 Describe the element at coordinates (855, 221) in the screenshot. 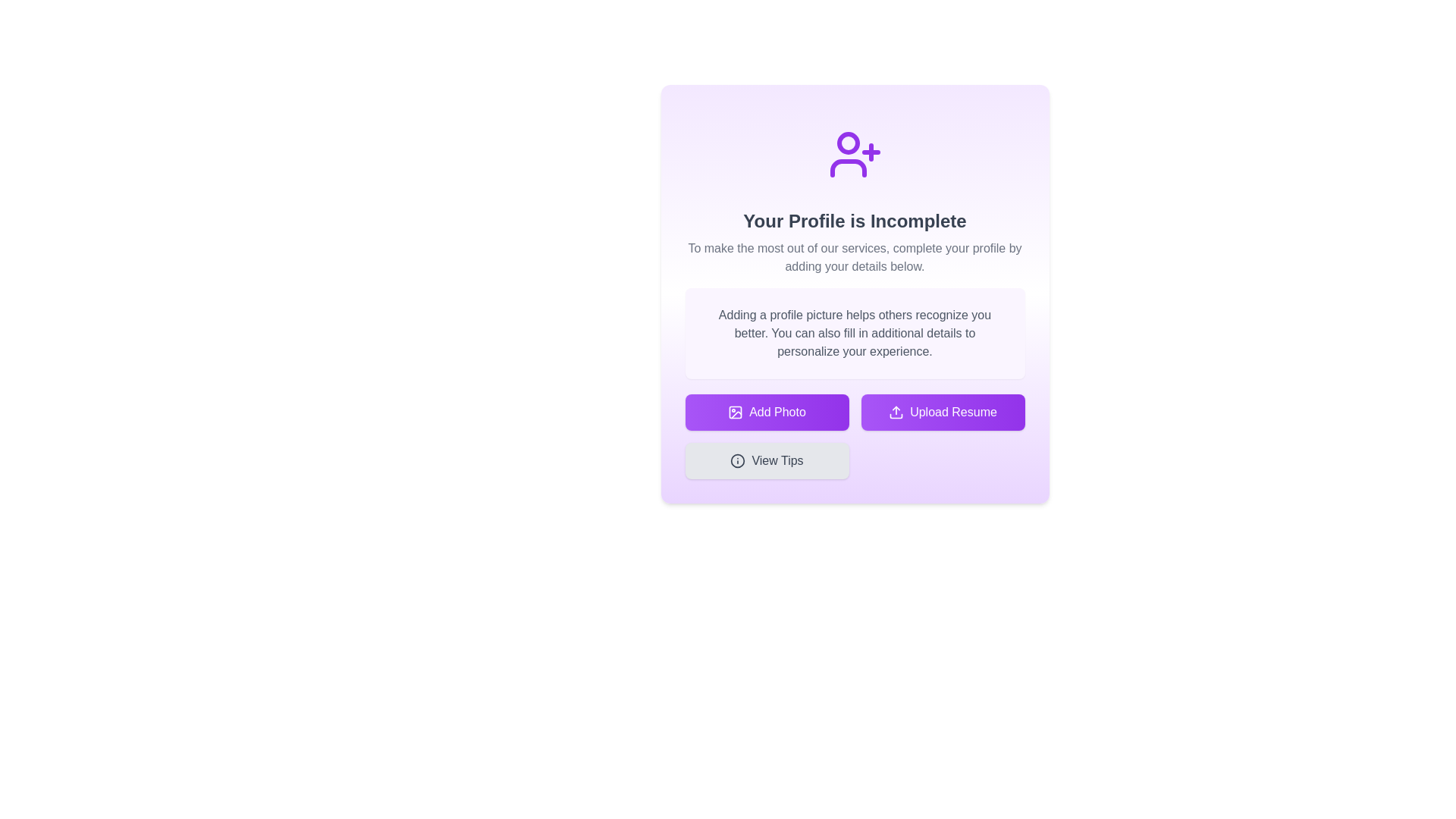

I see `the header text element that informs users about the incomplete status of their profile` at that location.